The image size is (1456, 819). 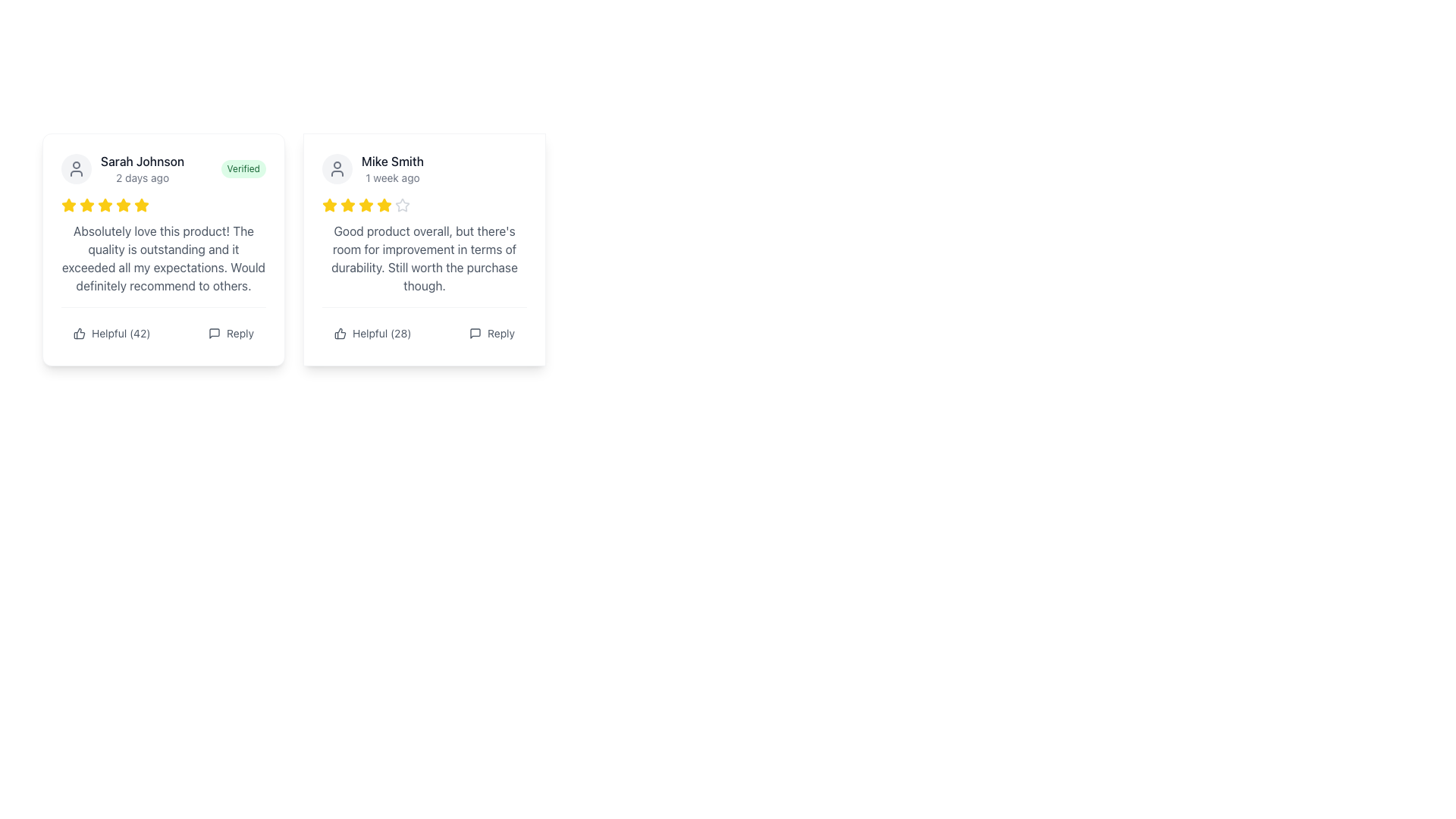 I want to click on user's name 'Mike Smith' and timestamp '1 week ago' from the text block located in the upper-left section of the white card, next to the user's avatar, so click(x=372, y=169).